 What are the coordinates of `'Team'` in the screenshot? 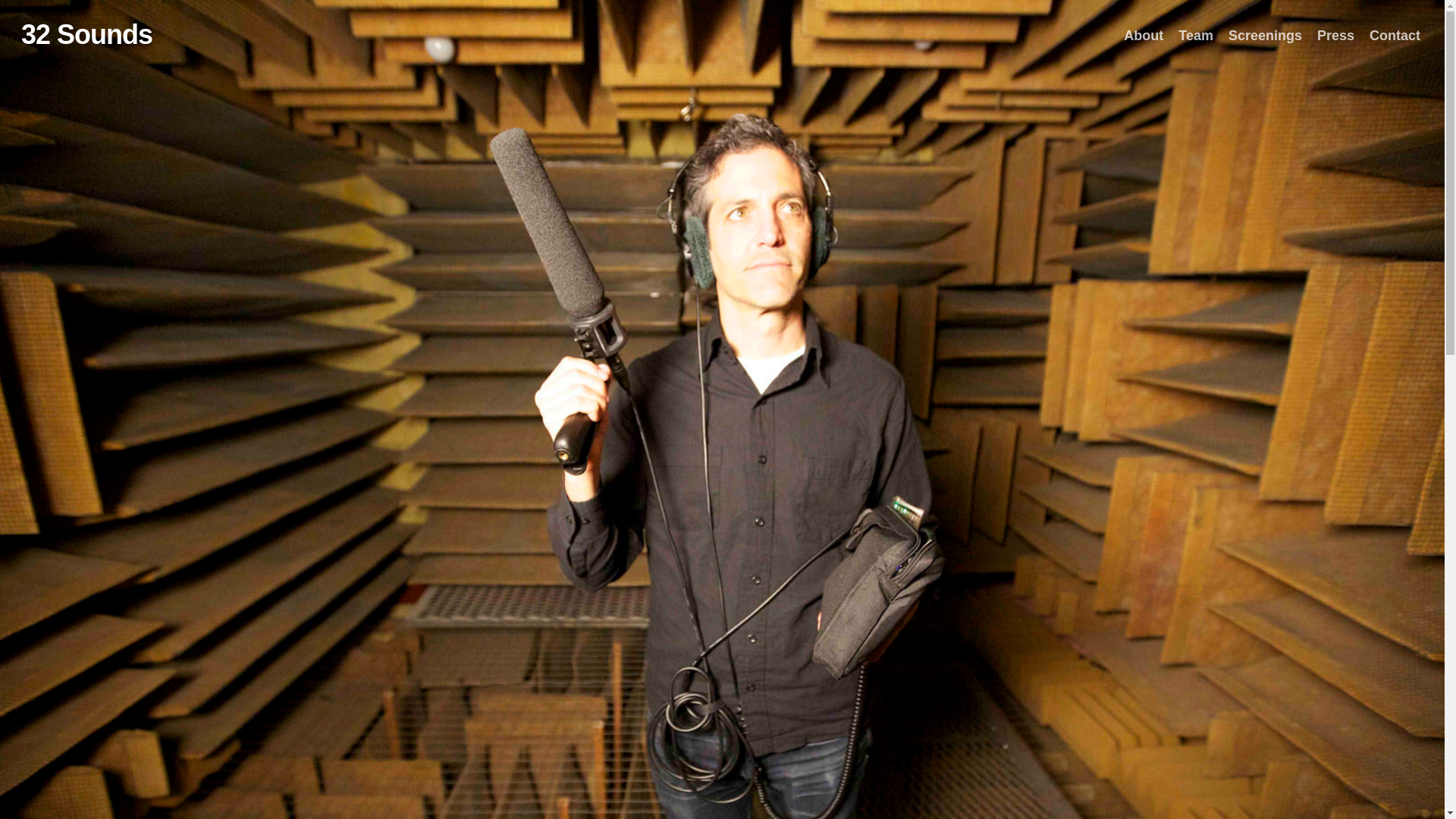 It's located at (1195, 34).